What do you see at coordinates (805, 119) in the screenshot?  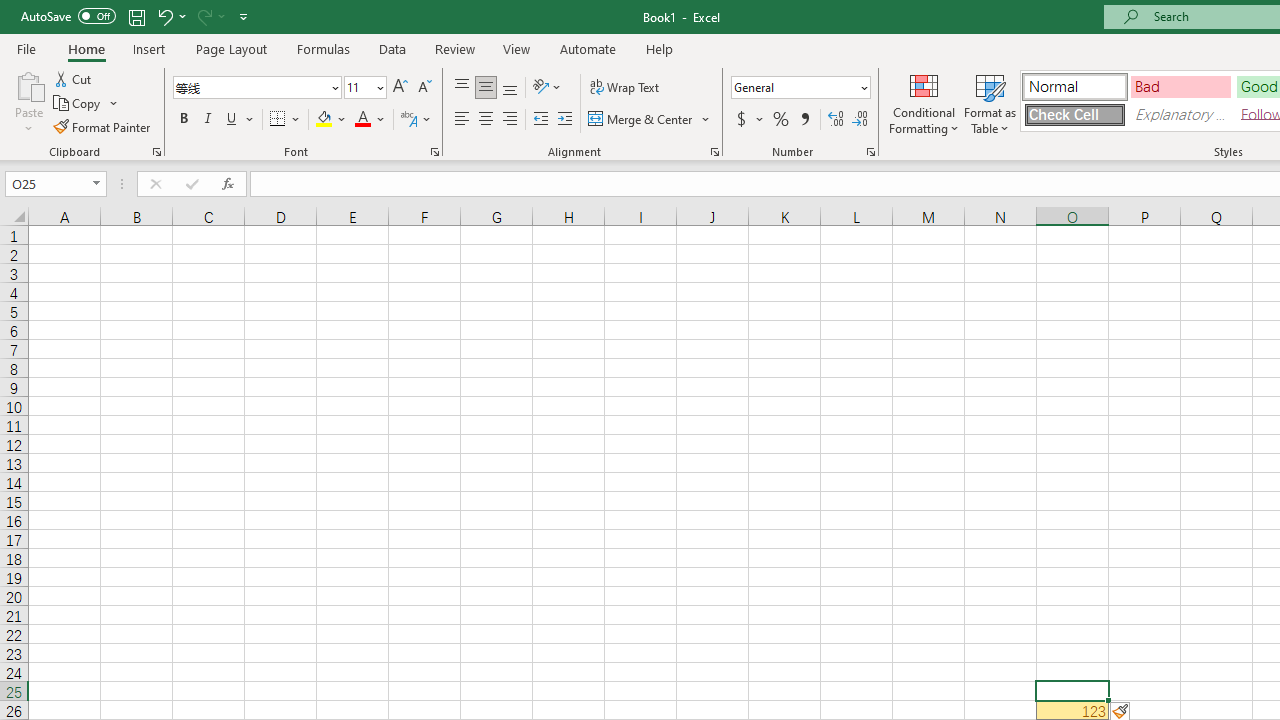 I see `'Comma Style'` at bounding box center [805, 119].